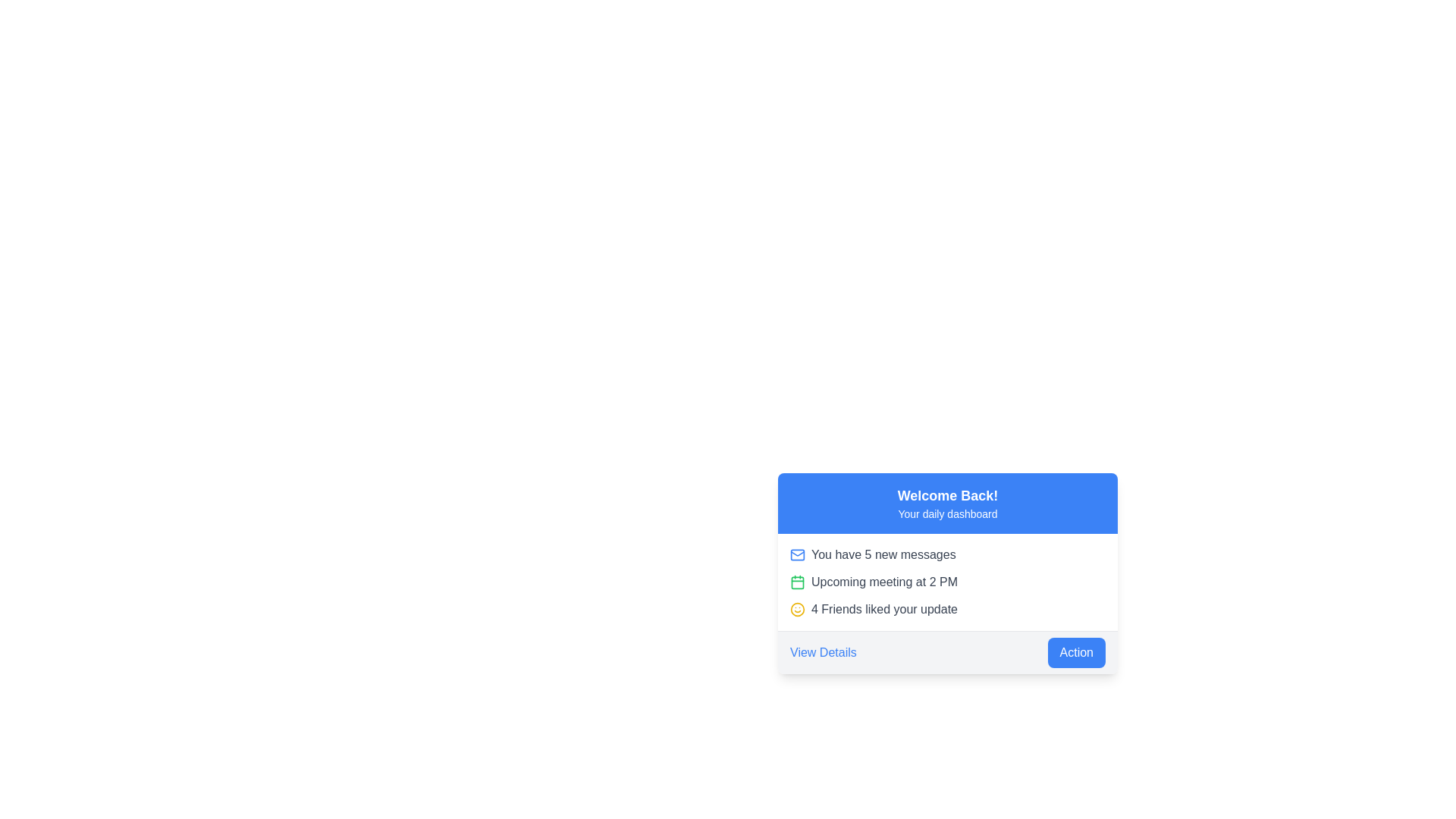 The width and height of the screenshot is (1456, 819). I want to click on the small smiley face icon that precedes the text '4 Friends liked your update' in the lower-right section of the interface, so click(796, 608).